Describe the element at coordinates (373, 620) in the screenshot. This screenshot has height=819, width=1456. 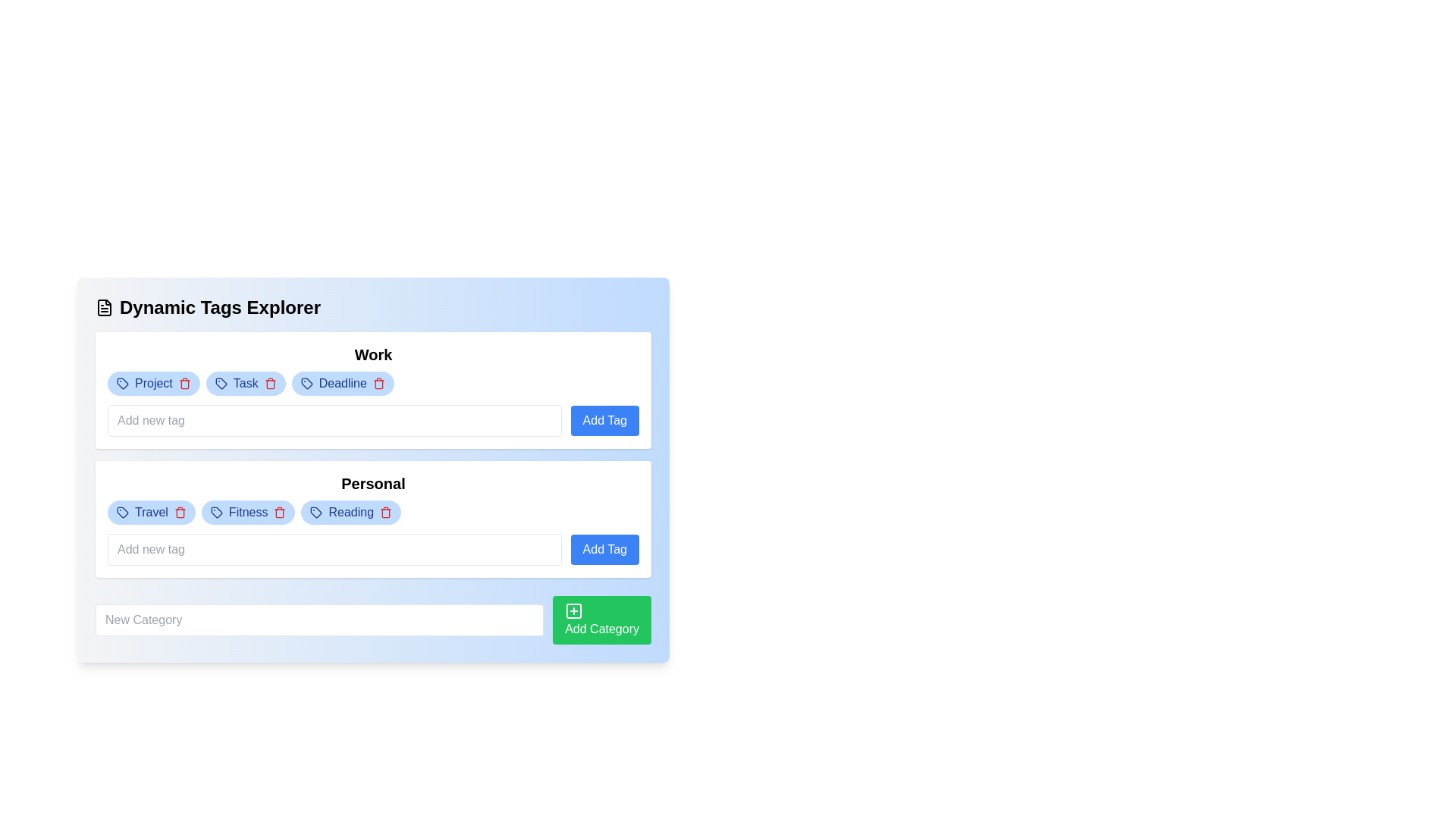
I see `the composite element containing the 'New Category' text input field and the 'Add Category' button` at that location.